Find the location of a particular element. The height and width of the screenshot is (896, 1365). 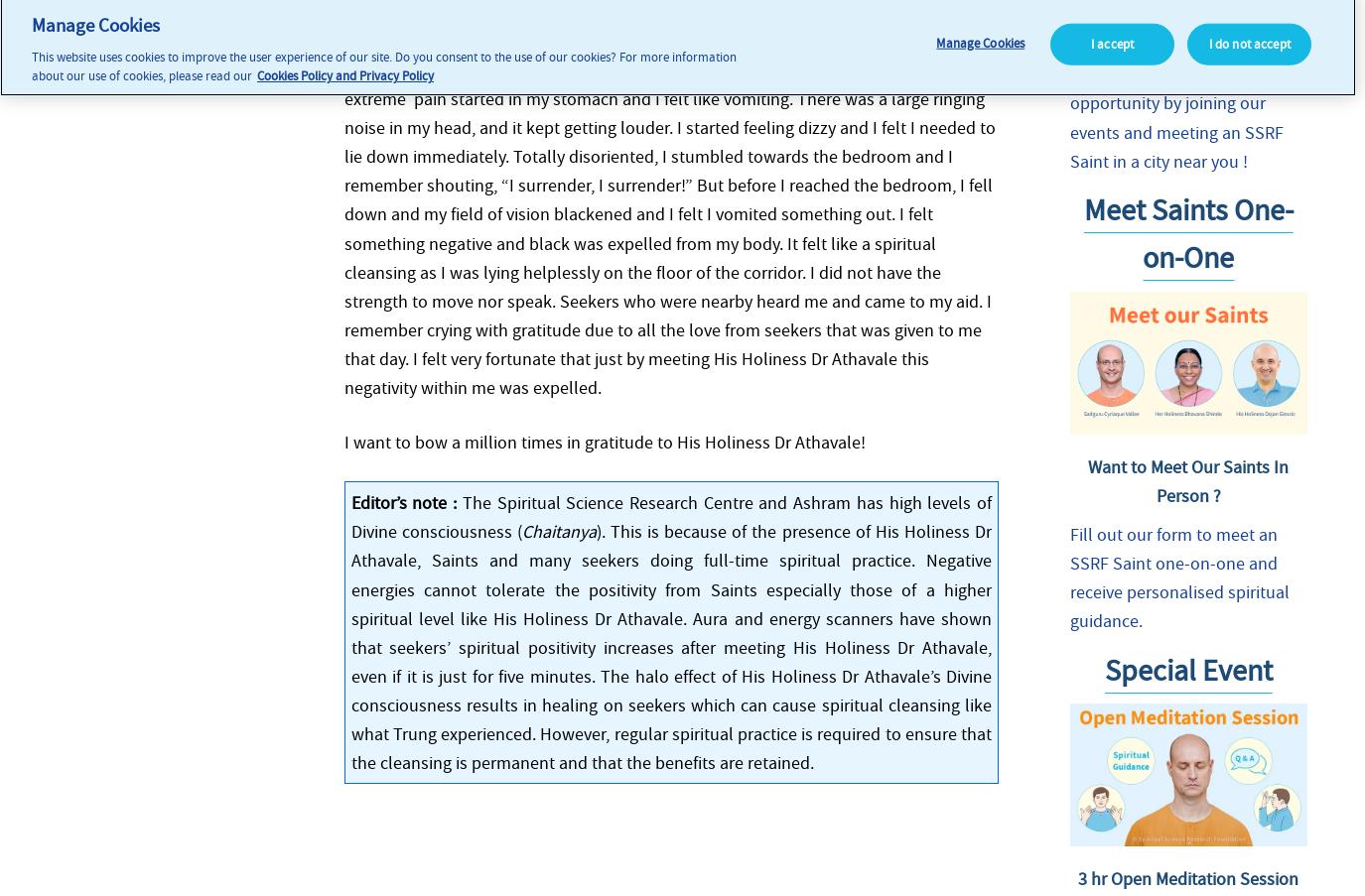

'Benefit from this unique opportunity by joining our events and meeting an SSRF Saint in a city near you !' is located at coordinates (1176, 117).